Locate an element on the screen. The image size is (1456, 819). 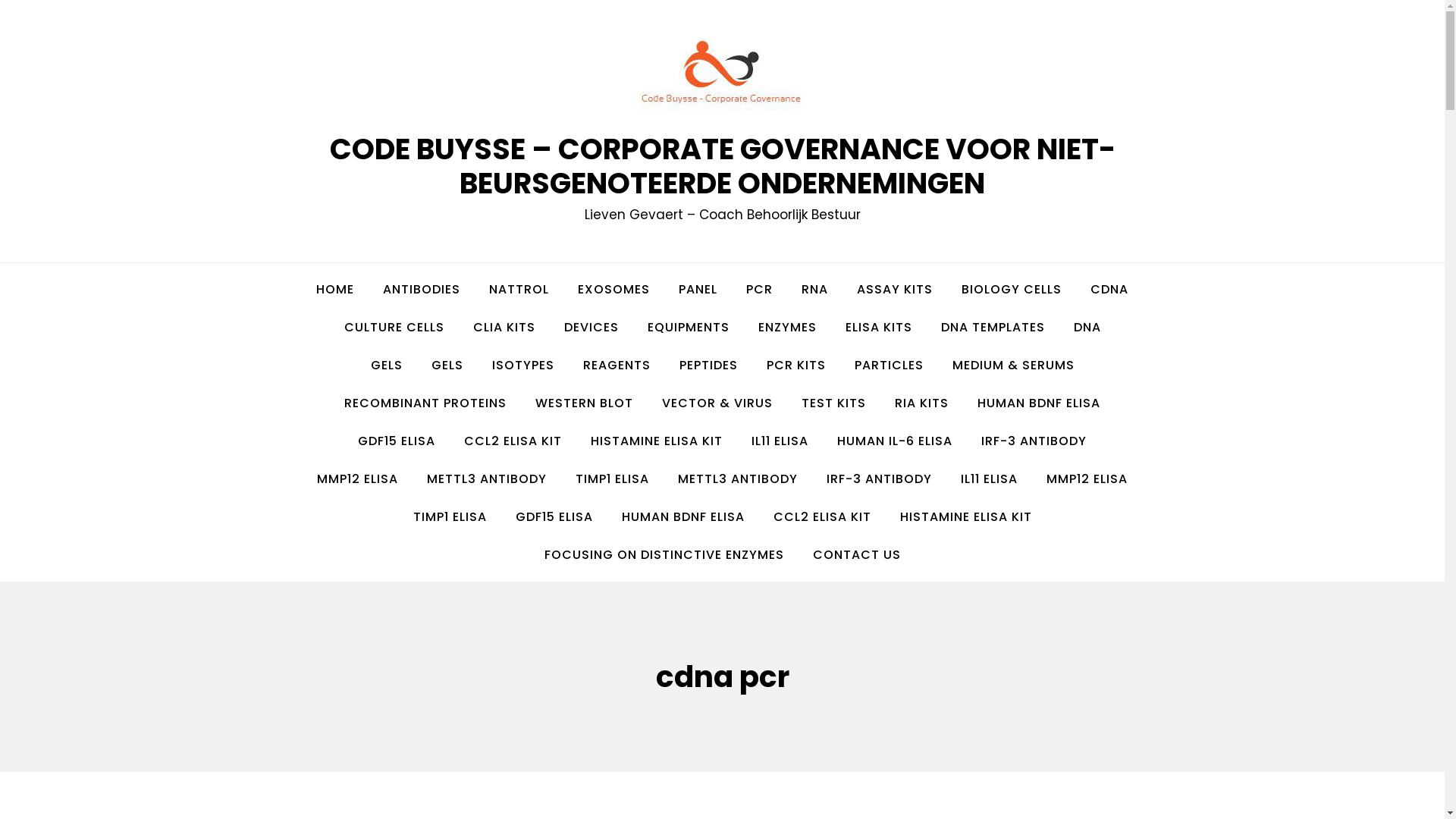
'ENZYMES' is located at coordinates (786, 327).